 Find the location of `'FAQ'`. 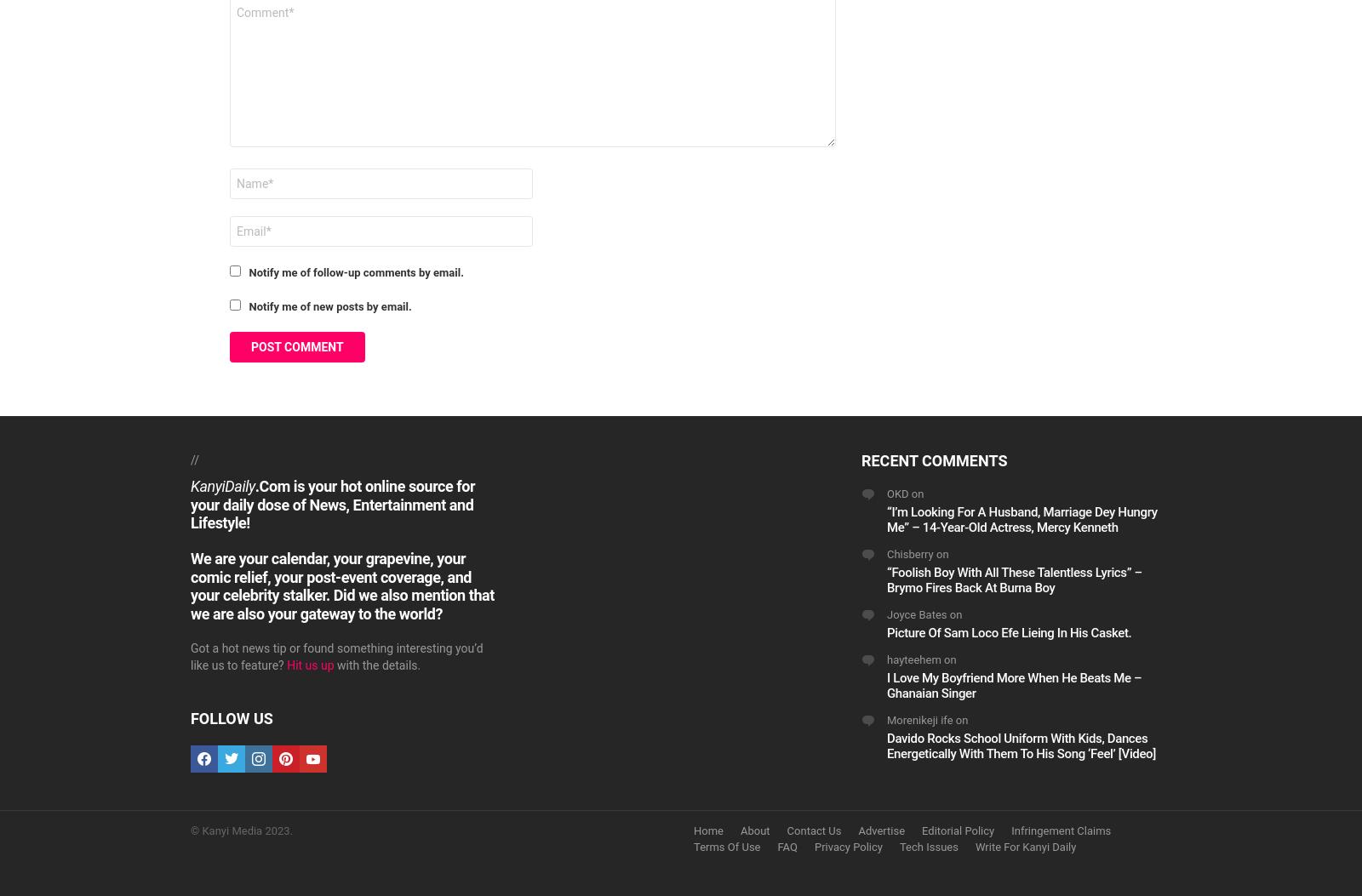

'FAQ' is located at coordinates (786, 847).